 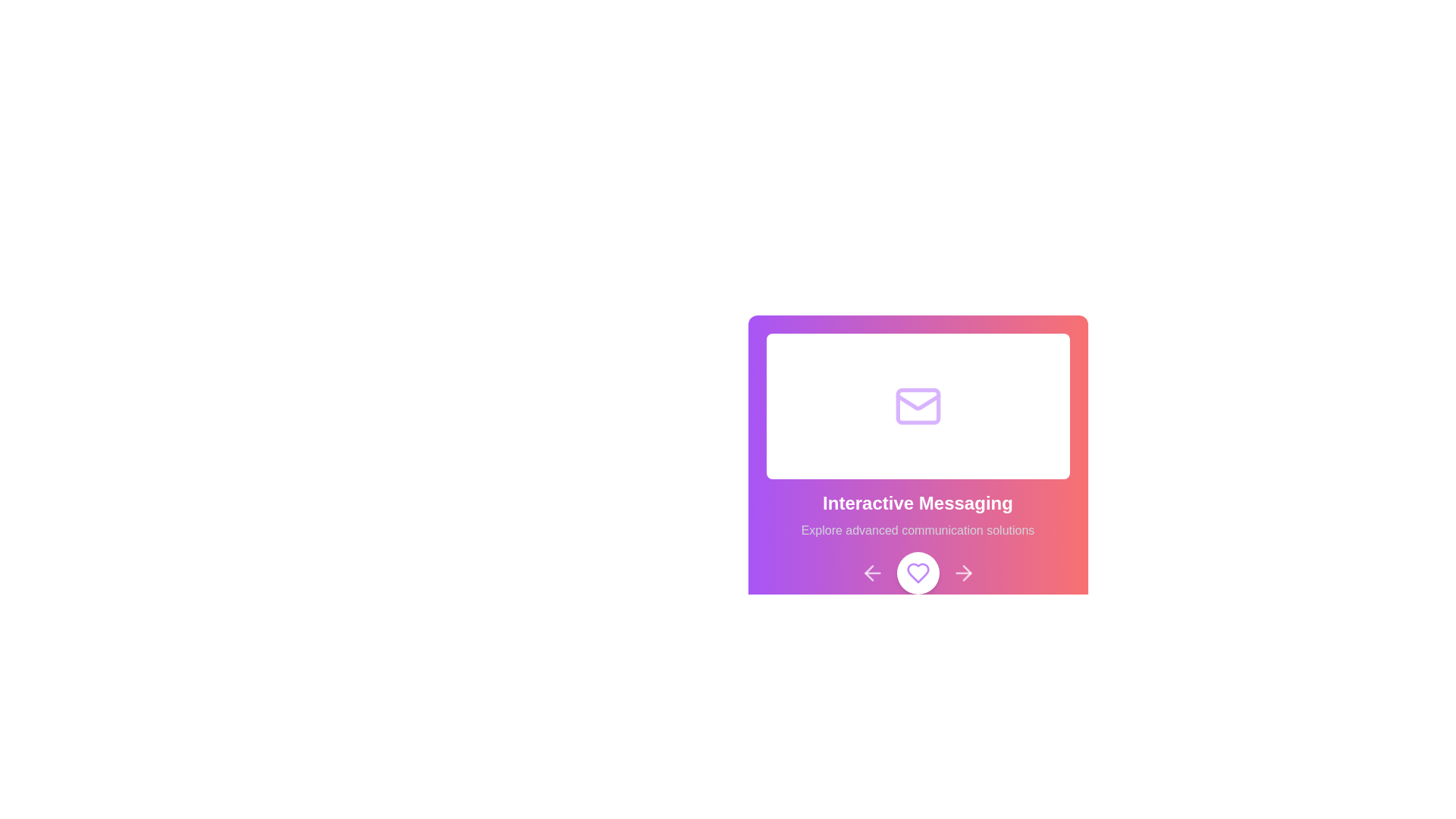 I want to click on the heart-shaped icon with a purple color, so click(x=917, y=573).